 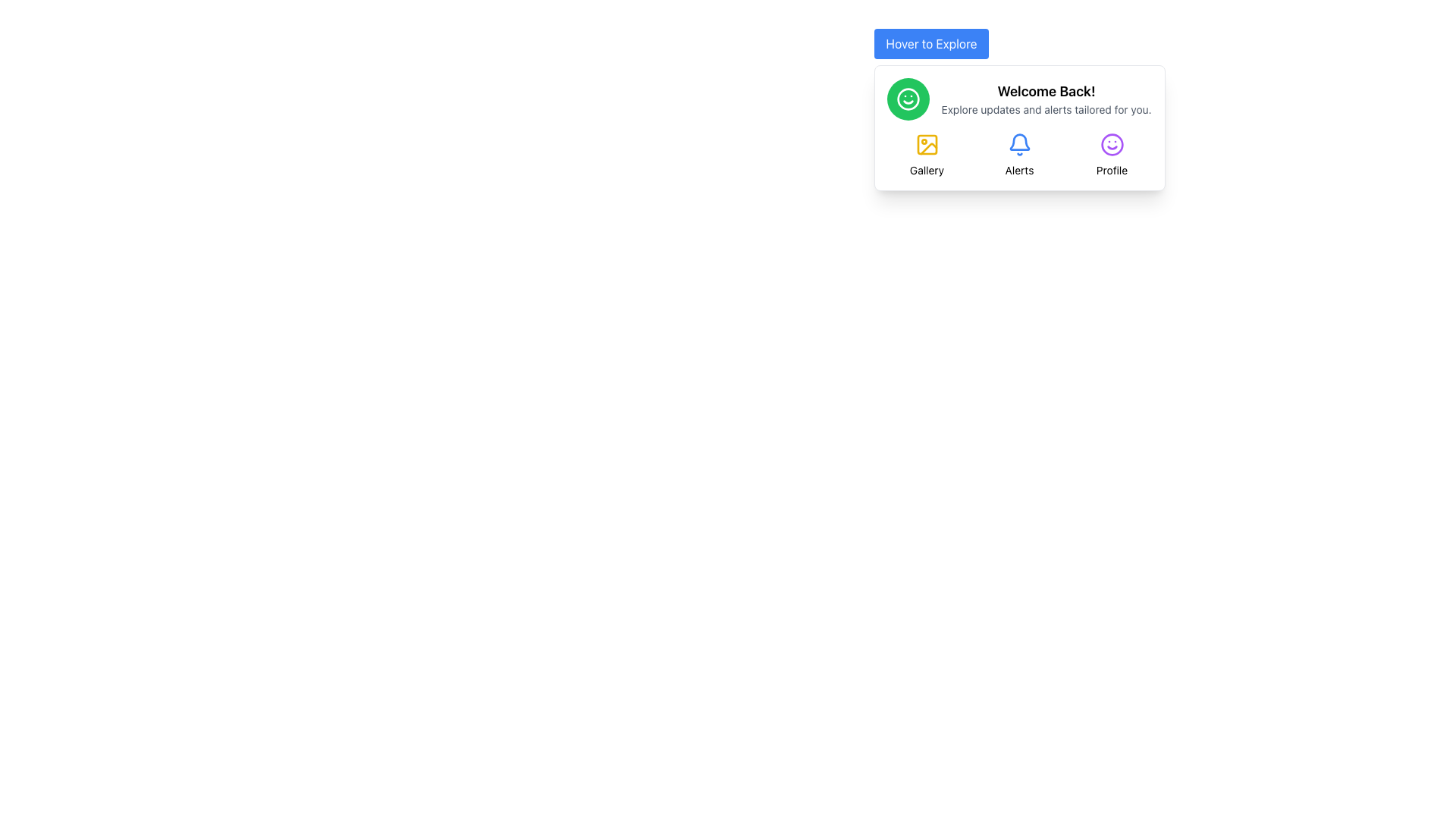 What do you see at coordinates (926, 155) in the screenshot?
I see `the leftmost navigational button with an icon and label` at bounding box center [926, 155].